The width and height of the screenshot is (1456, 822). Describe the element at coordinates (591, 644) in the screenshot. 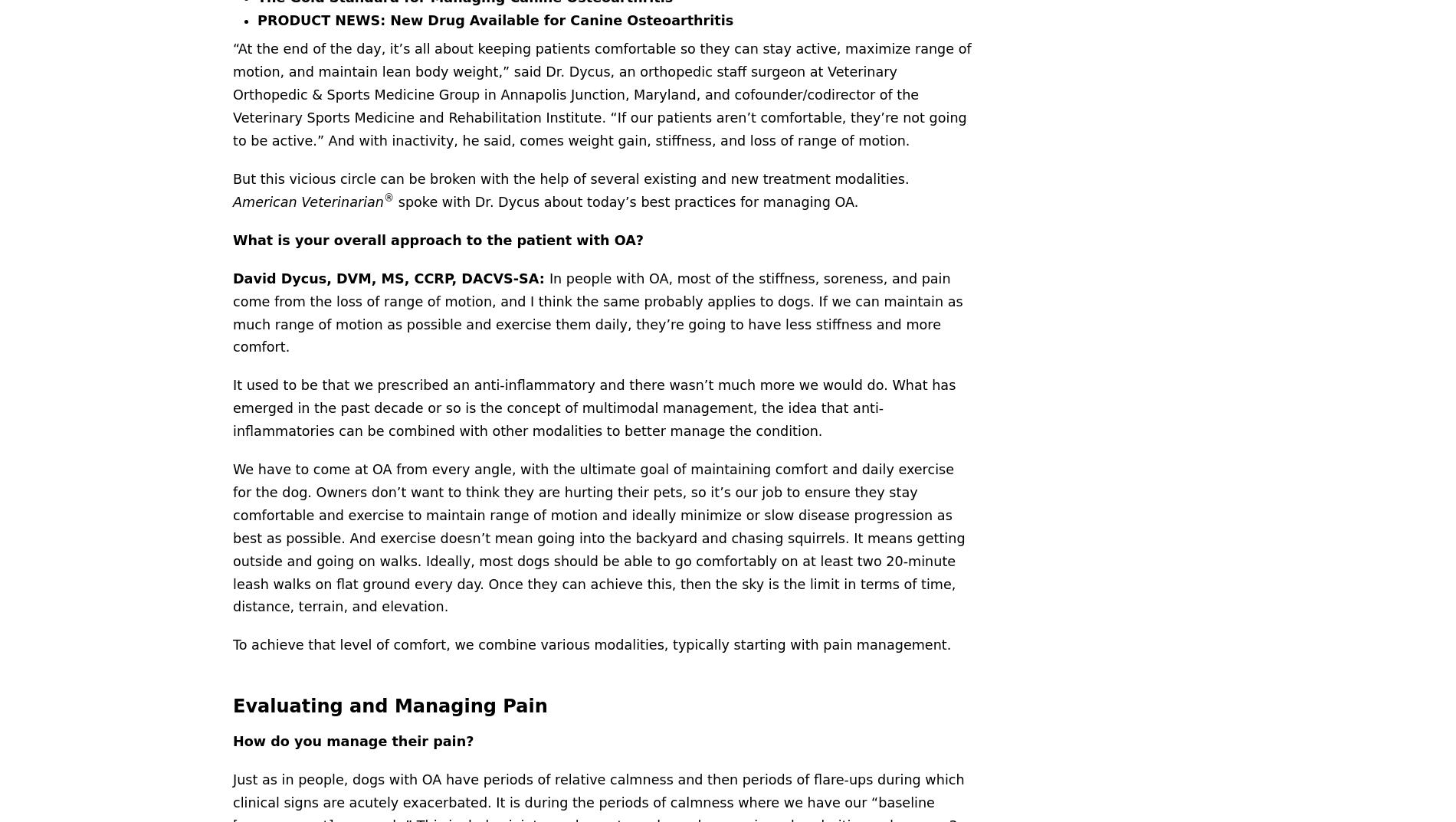

I see `'To achieve that level of comfort, we combine various modalities, typically starting with pain management.'` at that location.